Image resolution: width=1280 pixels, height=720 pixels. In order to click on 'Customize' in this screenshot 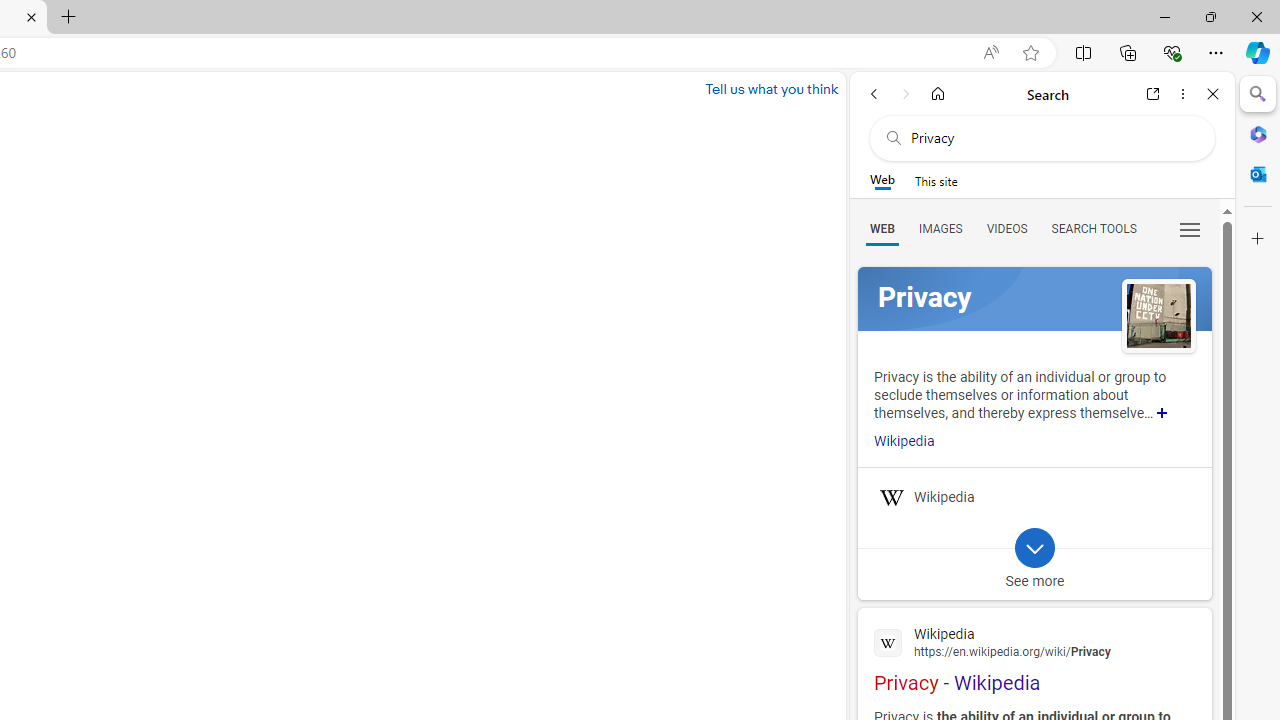, I will do `click(1257, 238)`.